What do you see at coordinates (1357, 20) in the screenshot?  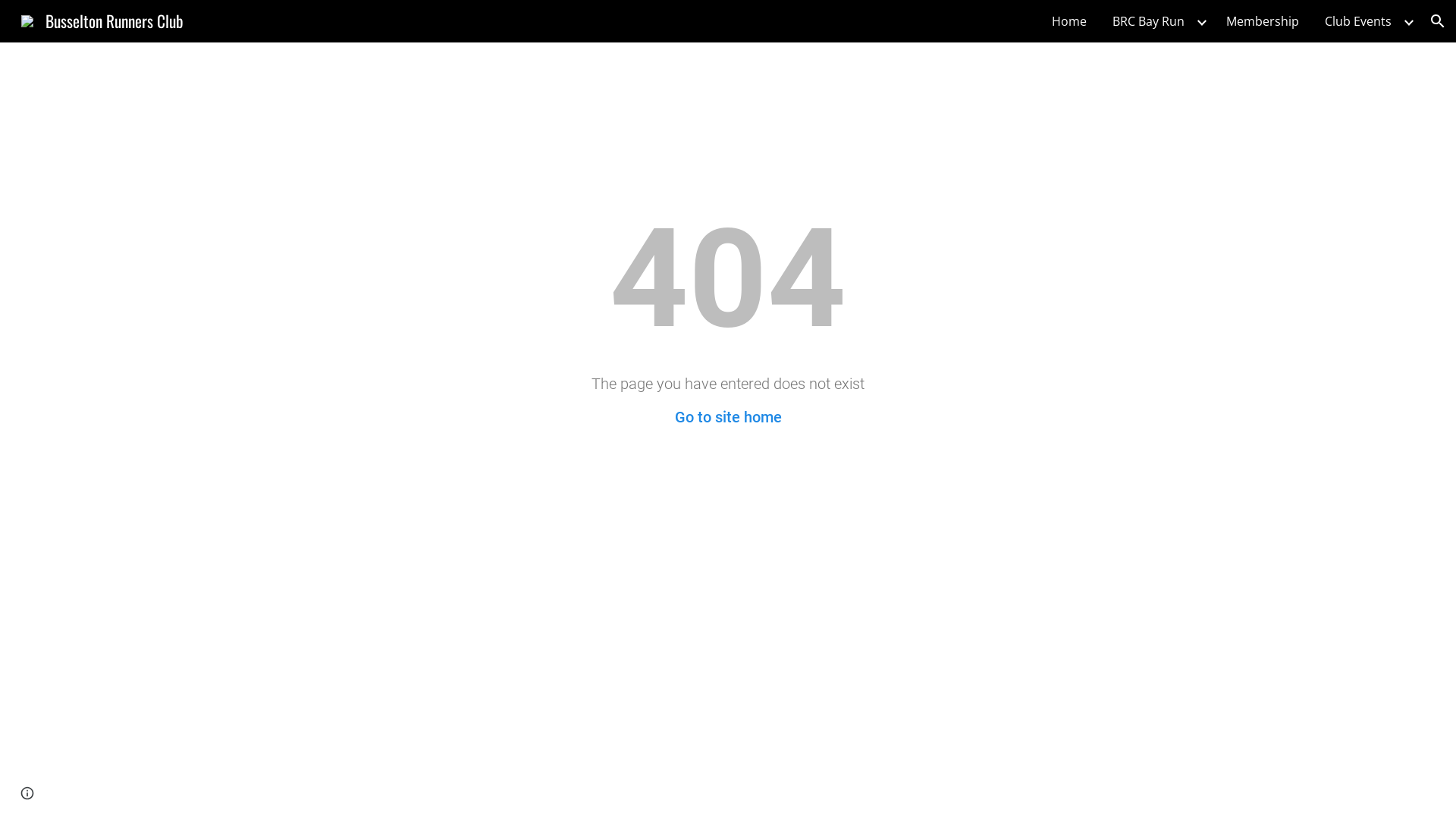 I see `'Club Events'` at bounding box center [1357, 20].